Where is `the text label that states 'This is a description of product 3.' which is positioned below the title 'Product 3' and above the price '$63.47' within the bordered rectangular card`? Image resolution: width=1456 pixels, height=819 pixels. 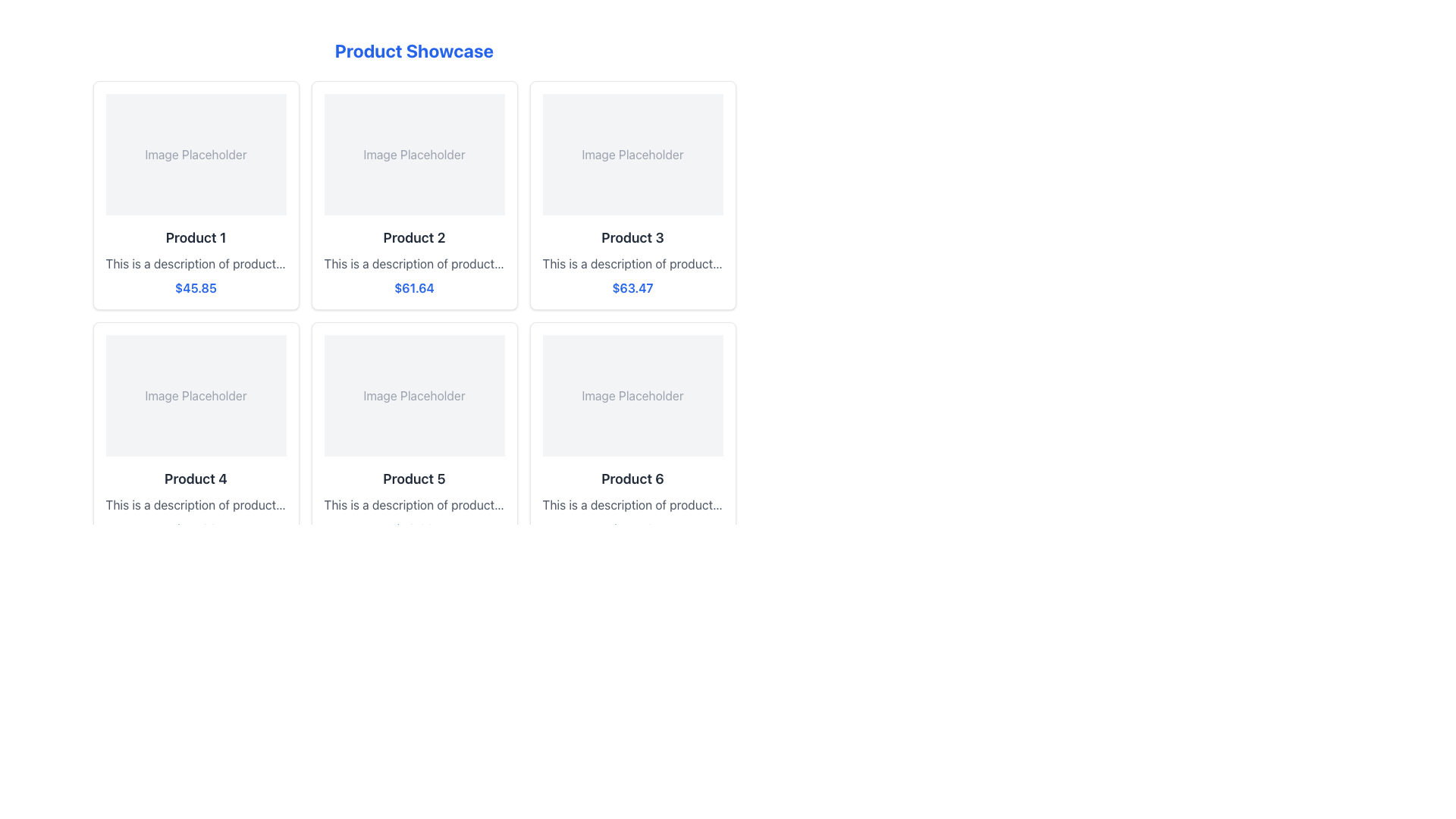 the text label that states 'This is a description of product 3.' which is positioned below the title 'Product 3' and above the price '$63.47' within the bordered rectangular card is located at coordinates (632, 262).